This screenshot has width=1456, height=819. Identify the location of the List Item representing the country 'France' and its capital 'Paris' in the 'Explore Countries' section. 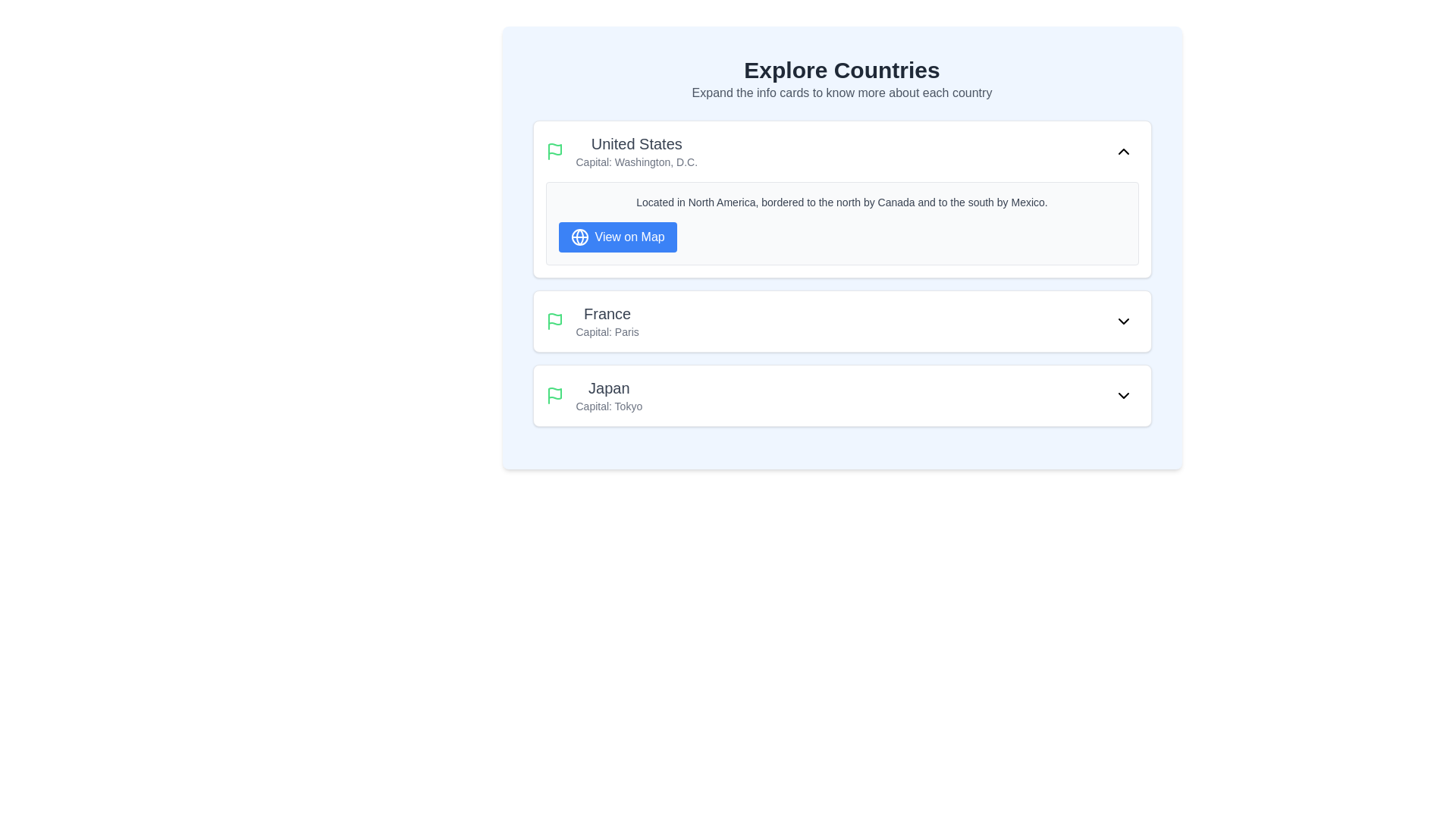
(591, 321).